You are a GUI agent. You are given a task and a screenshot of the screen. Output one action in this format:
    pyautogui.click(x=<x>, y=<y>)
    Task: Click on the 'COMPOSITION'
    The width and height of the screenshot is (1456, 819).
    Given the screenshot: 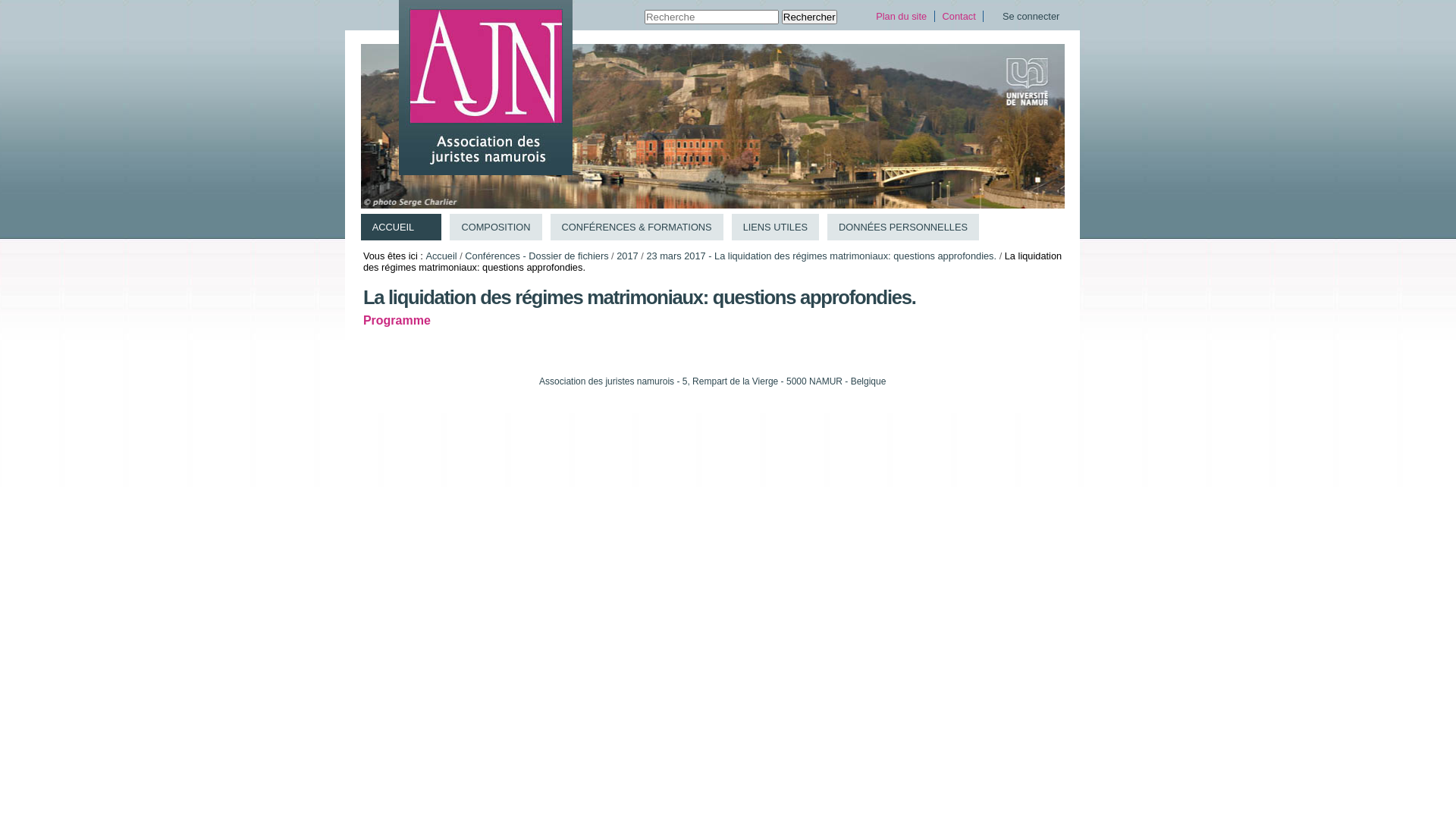 What is the action you would take?
    pyautogui.click(x=495, y=227)
    